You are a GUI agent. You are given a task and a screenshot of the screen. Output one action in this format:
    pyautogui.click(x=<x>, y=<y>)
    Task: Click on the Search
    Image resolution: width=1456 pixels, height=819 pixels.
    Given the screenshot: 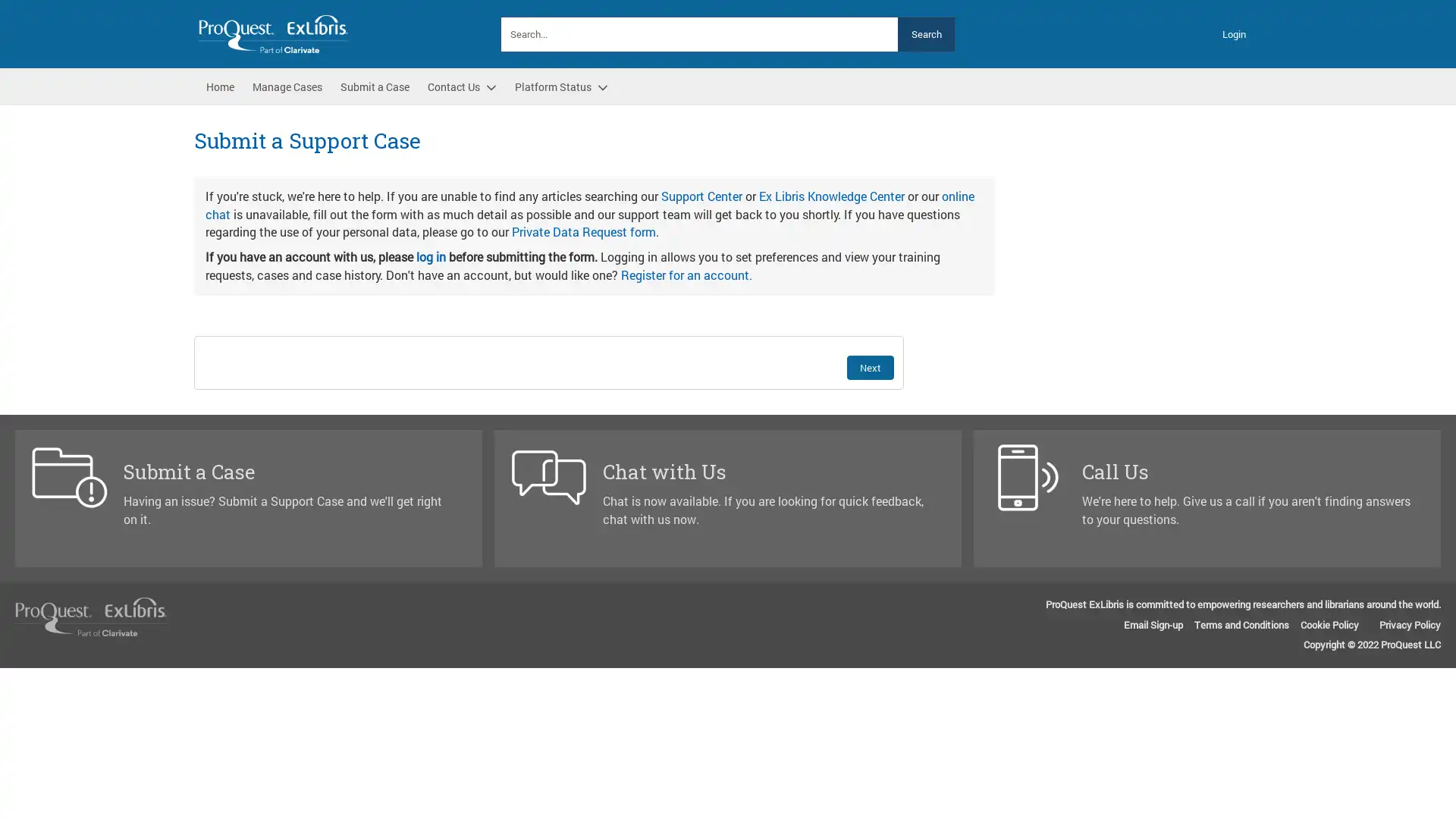 What is the action you would take?
    pyautogui.click(x=925, y=33)
    